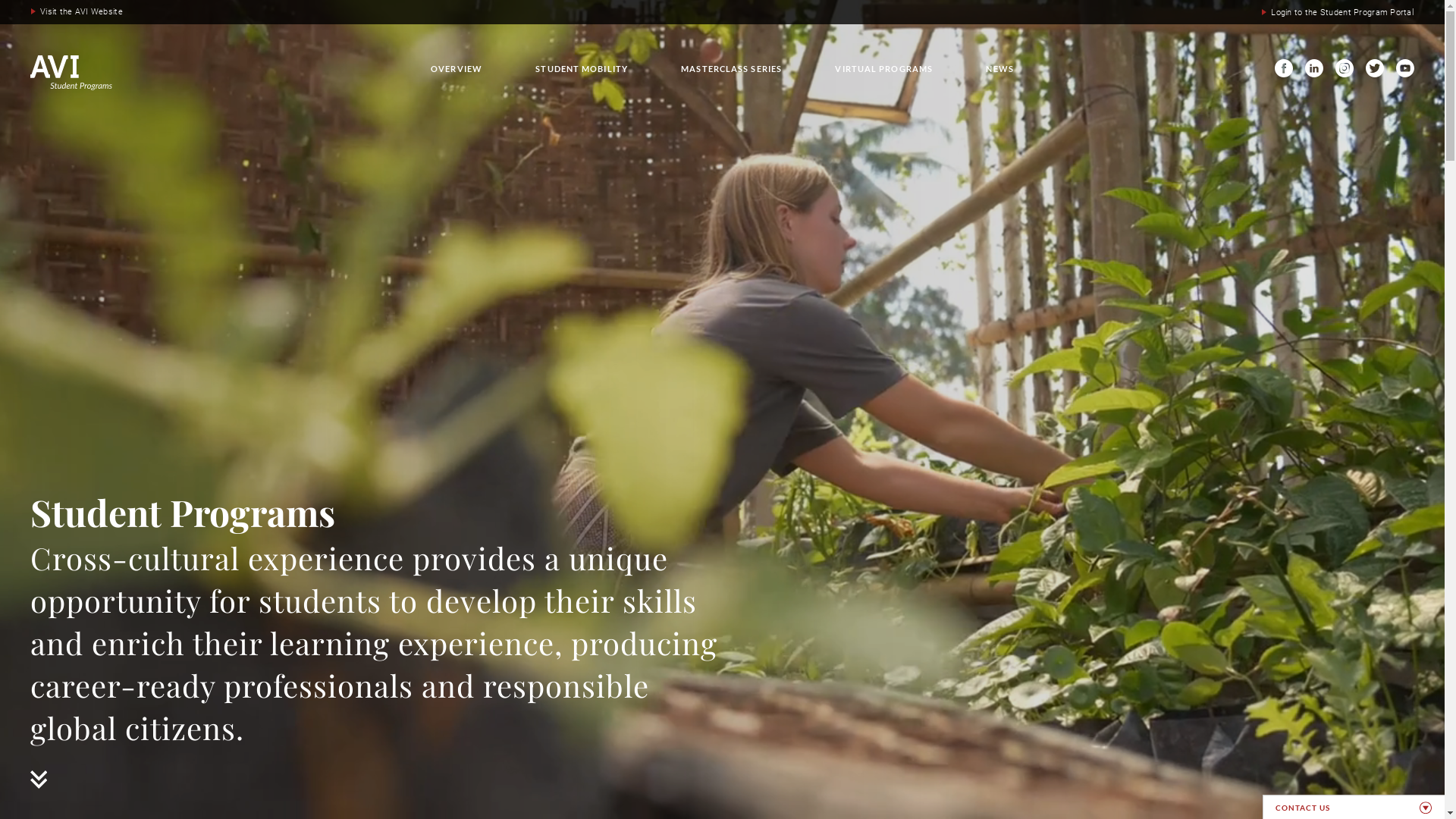 This screenshot has width=1456, height=819. I want to click on 'STUDENT MOBILITY', so click(581, 68).